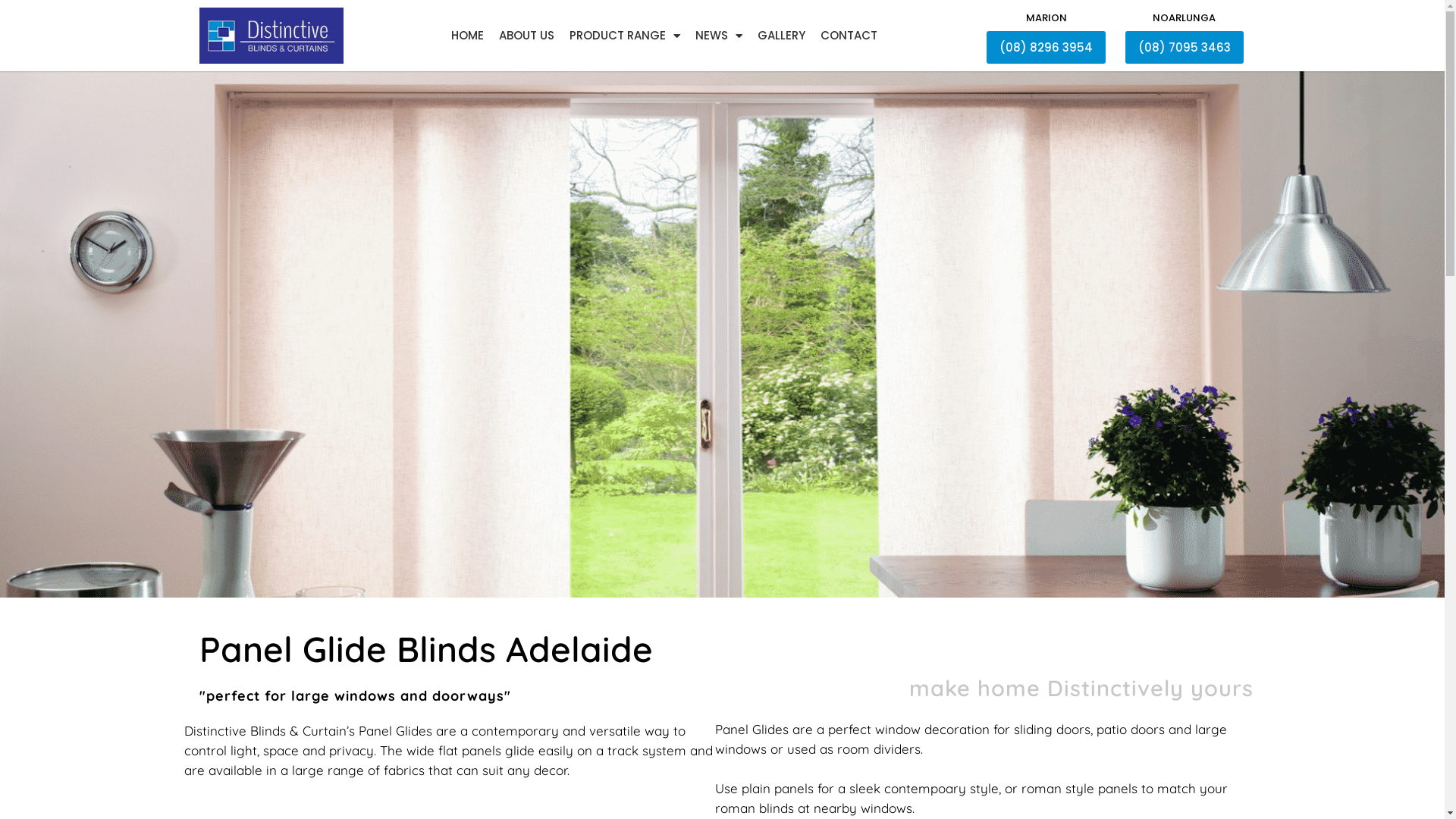  Describe the element at coordinates (623, 34) in the screenshot. I see `'PRODUCT RANGE'` at that location.